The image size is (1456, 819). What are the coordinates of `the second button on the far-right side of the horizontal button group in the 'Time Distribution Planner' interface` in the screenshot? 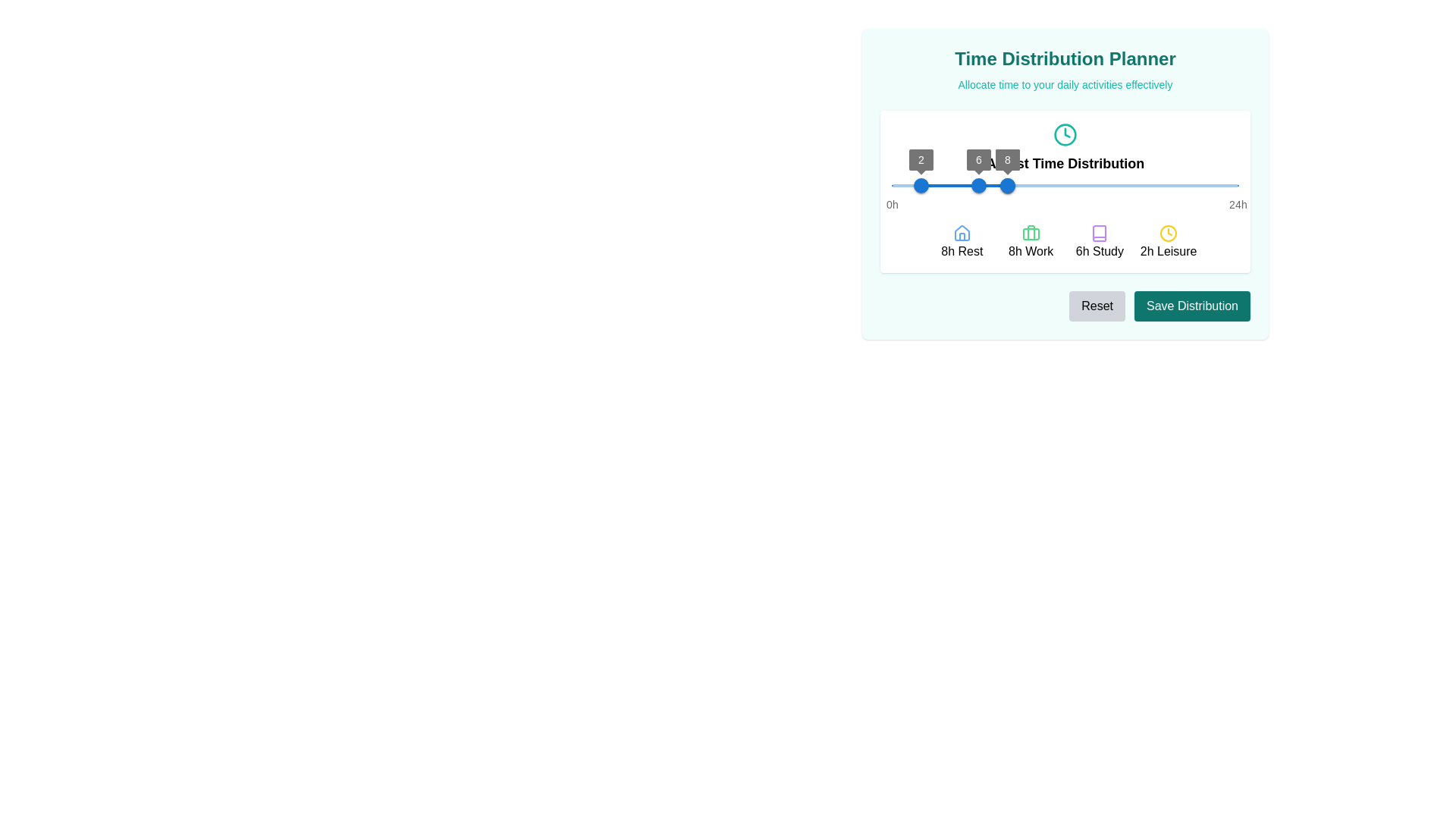 It's located at (1191, 306).